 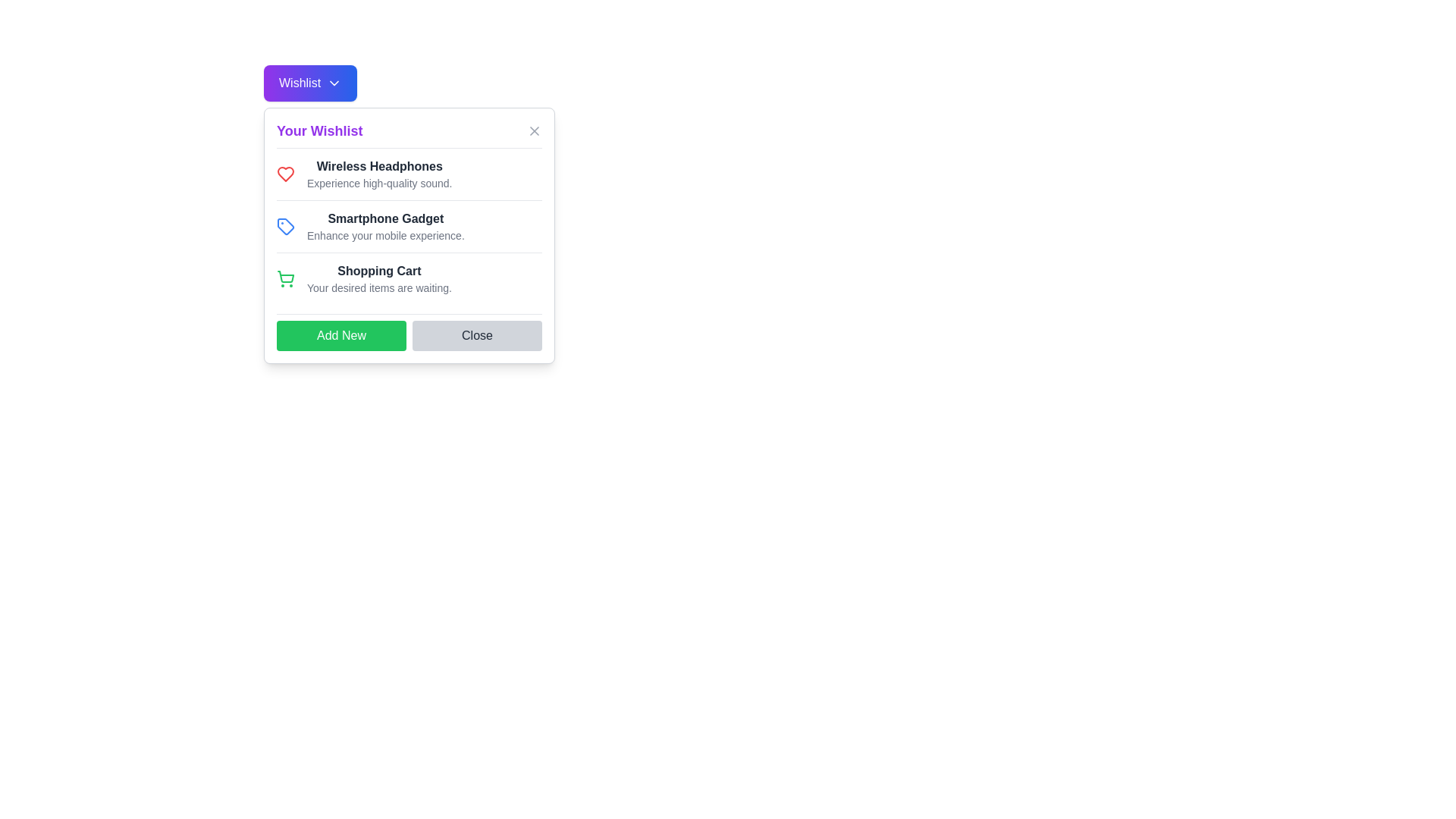 What do you see at coordinates (286, 227) in the screenshot?
I see `the graphical icon for the 'Smartphone Gadget' item in the list, which is located to the left of its text description` at bounding box center [286, 227].